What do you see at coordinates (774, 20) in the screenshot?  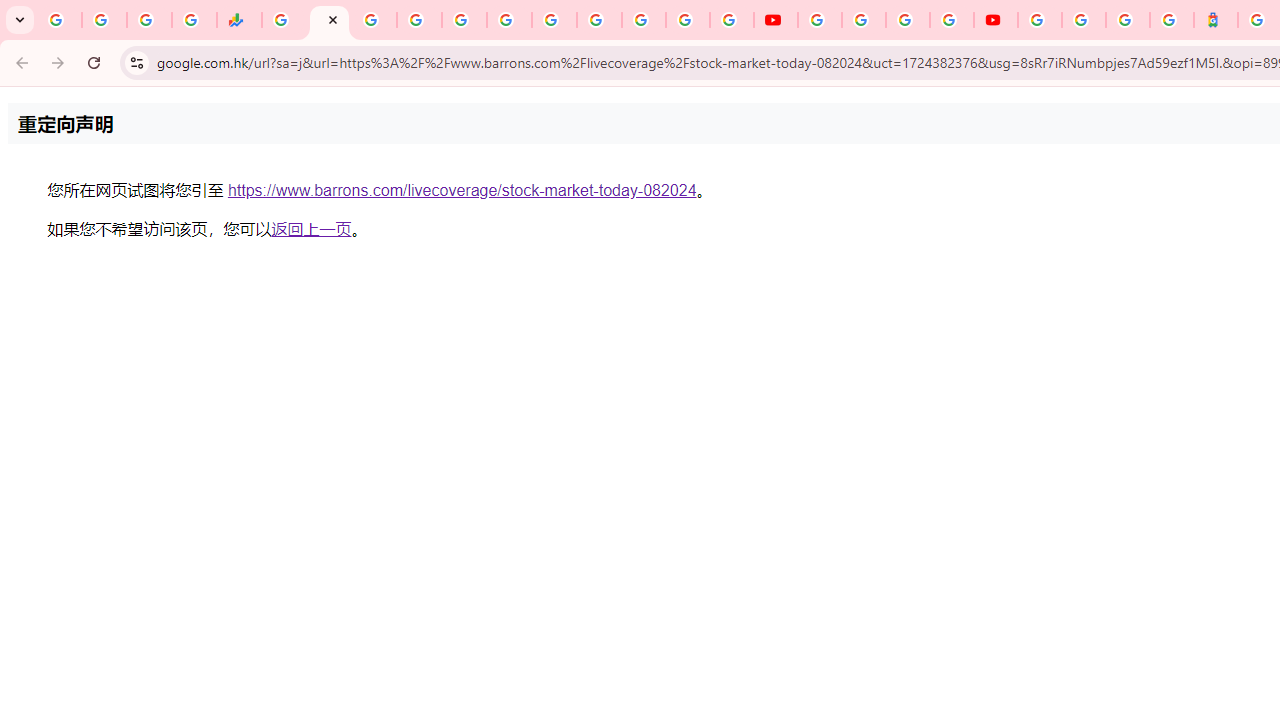 I see `'YouTube'` at bounding box center [774, 20].